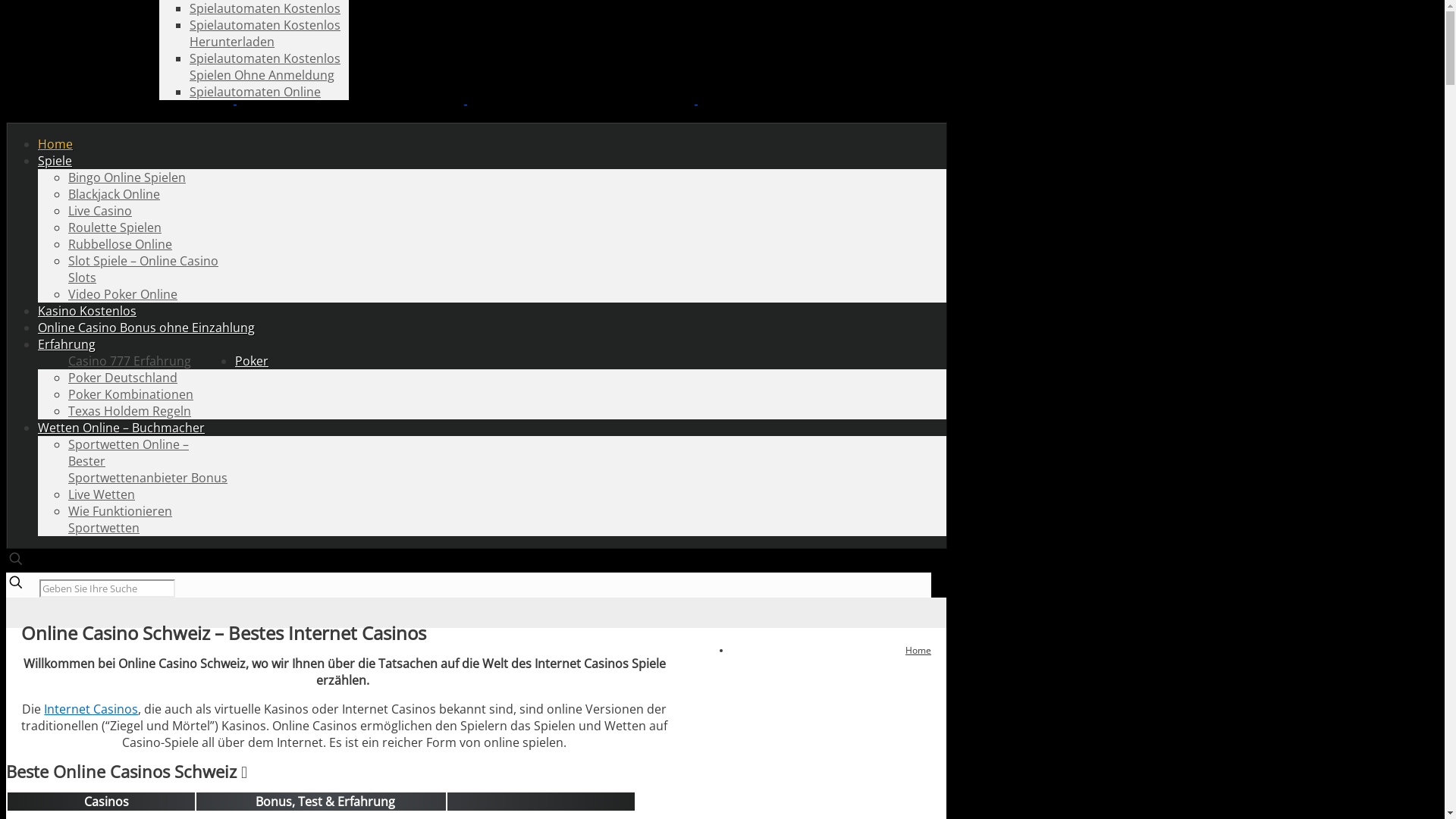  I want to click on 'Casino 777 Erfahrung', so click(130, 360).